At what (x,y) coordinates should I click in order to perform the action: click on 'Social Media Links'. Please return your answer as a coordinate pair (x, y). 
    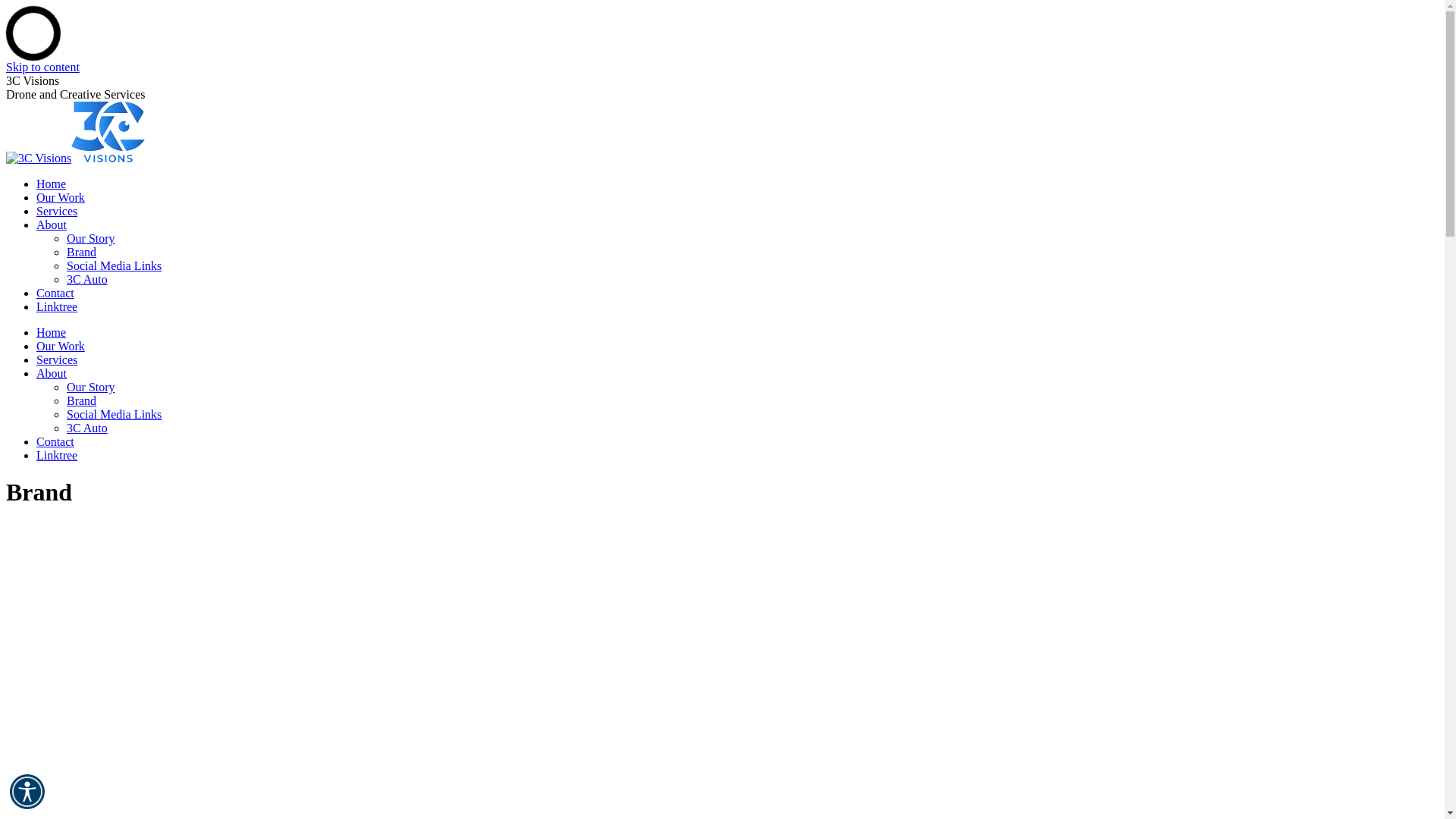
    Looking at the image, I should click on (65, 265).